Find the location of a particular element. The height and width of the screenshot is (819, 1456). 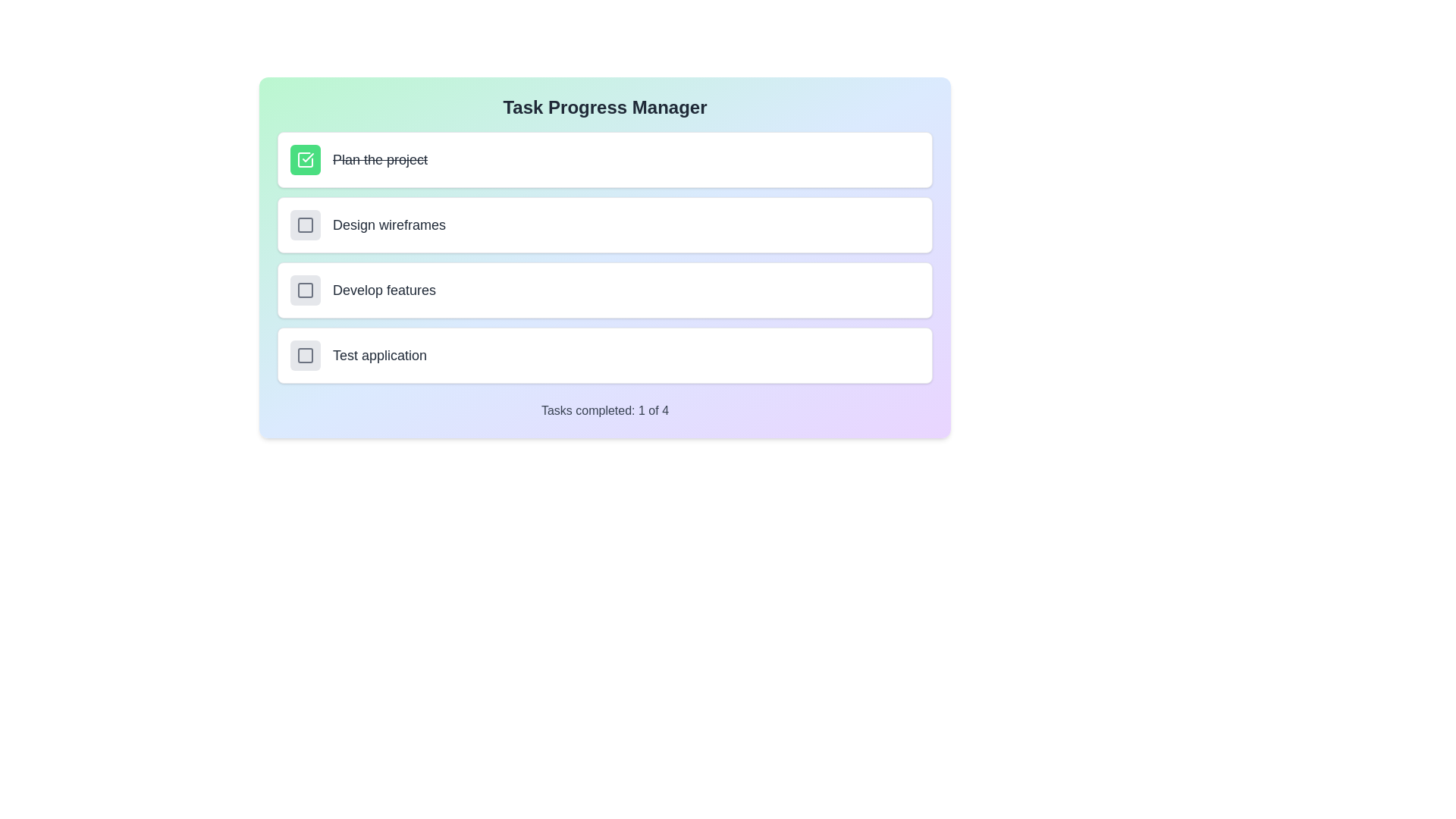

text of the completed task label located in the first row of the vertical task list, to the right of the green checkmark icon in the 'Task Progress Manager' interface is located at coordinates (380, 160).